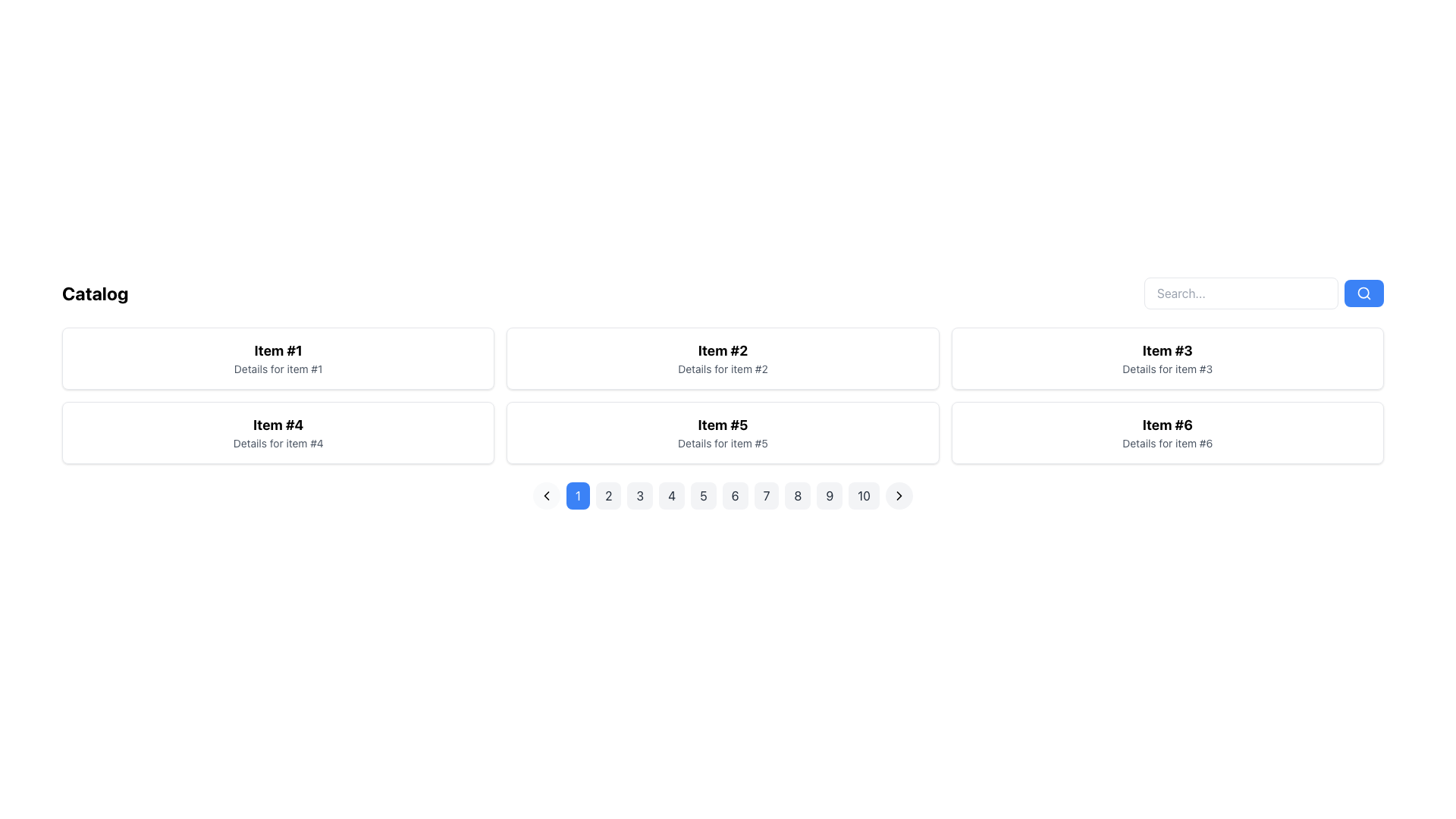 This screenshot has width=1456, height=819. What do you see at coordinates (278, 359) in the screenshot?
I see `the item display card located in the top-left corner of the grid layout for further actions` at bounding box center [278, 359].